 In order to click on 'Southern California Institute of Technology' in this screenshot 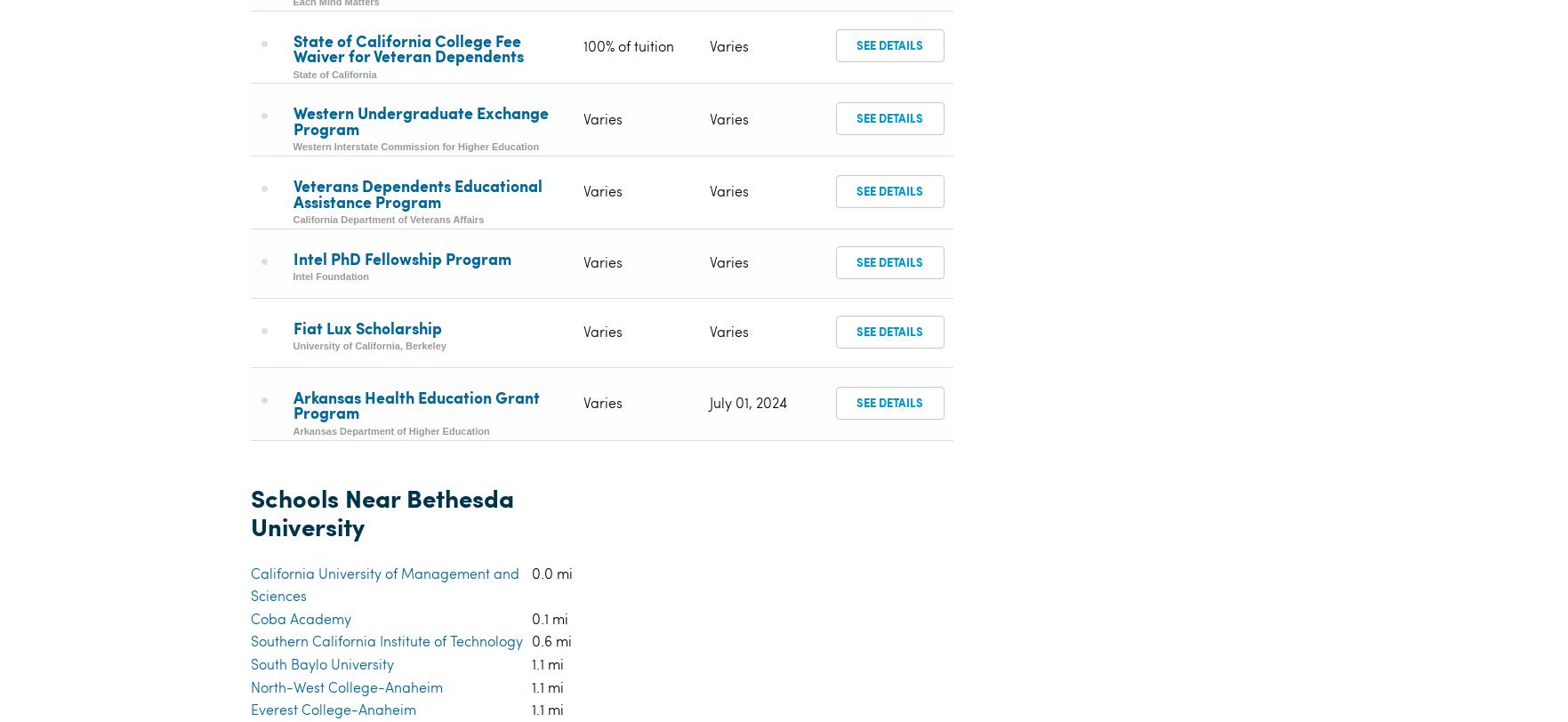, I will do `click(250, 281)`.